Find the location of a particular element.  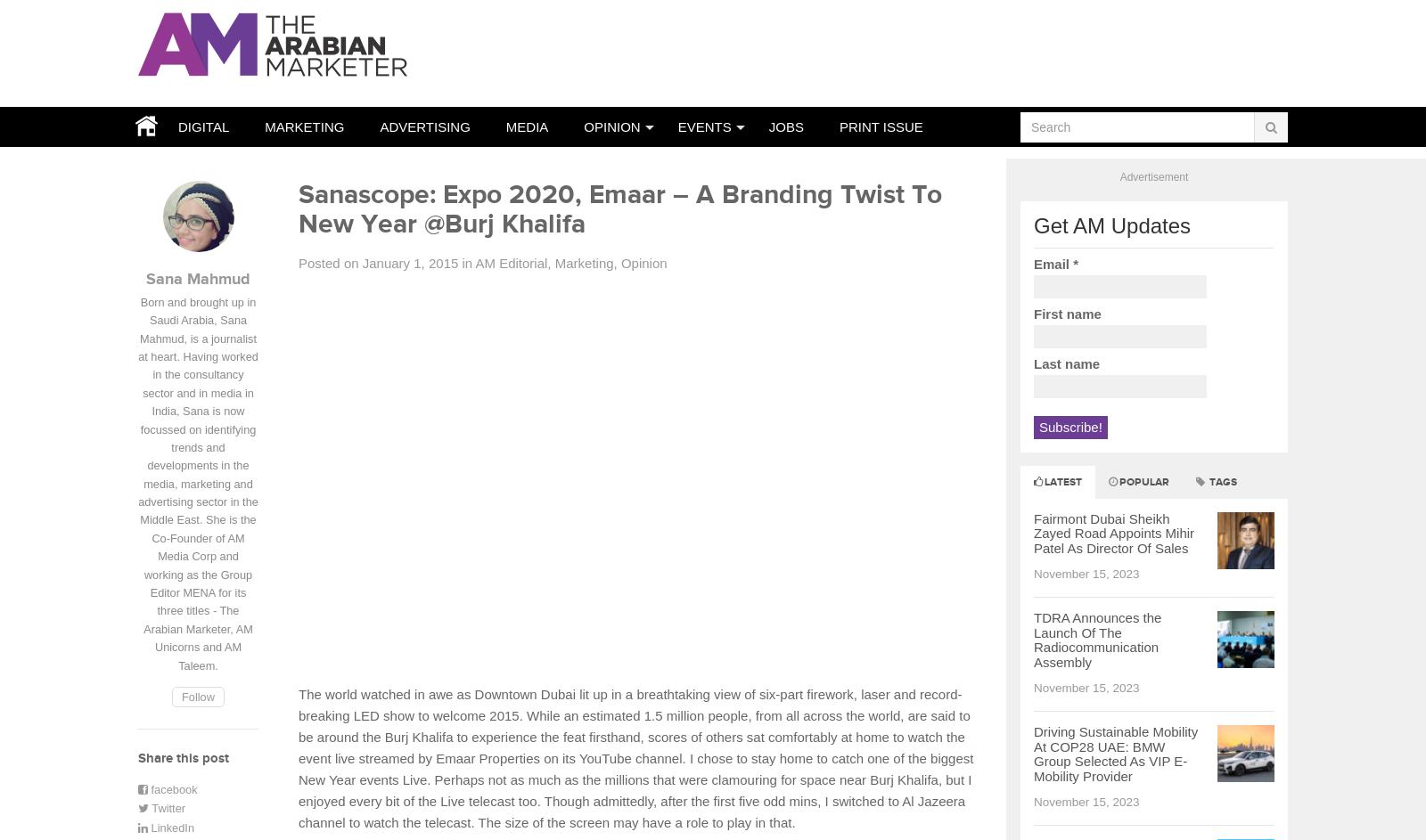

'facebook' is located at coordinates (171, 788).